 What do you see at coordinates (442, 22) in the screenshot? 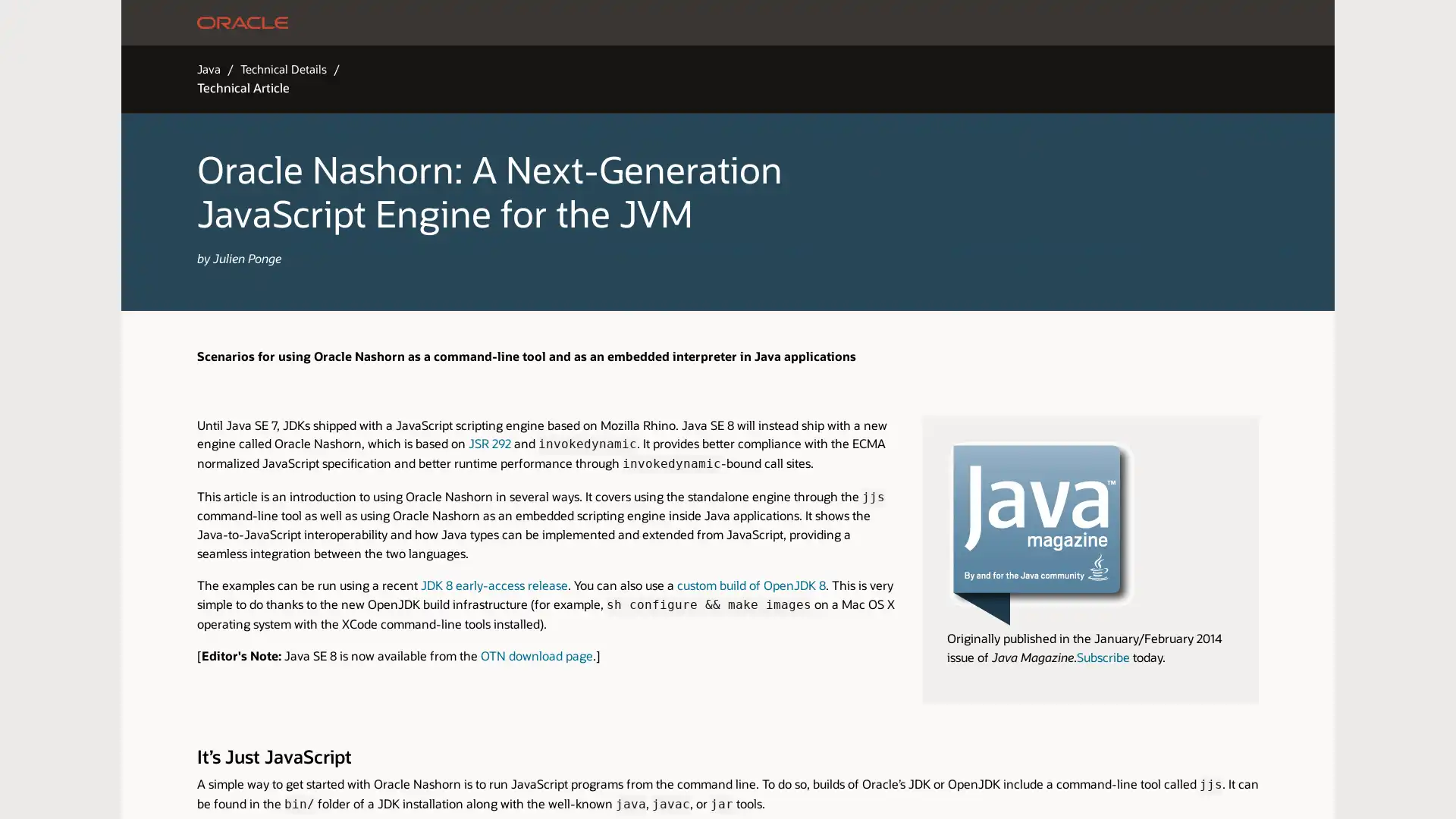
I see `Products` at bounding box center [442, 22].